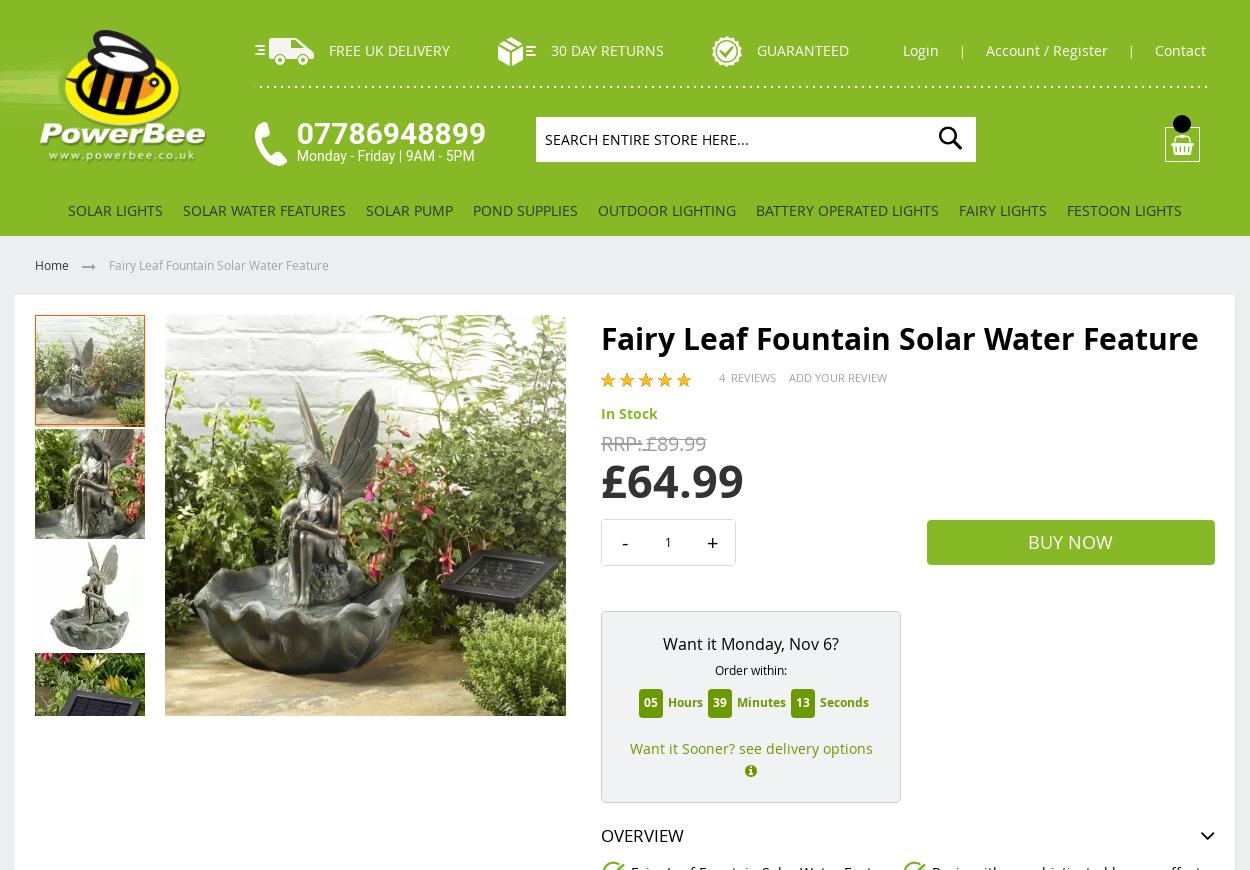  Describe the element at coordinates (1182, 49) in the screenshot. I see `'Contact'` at that location.